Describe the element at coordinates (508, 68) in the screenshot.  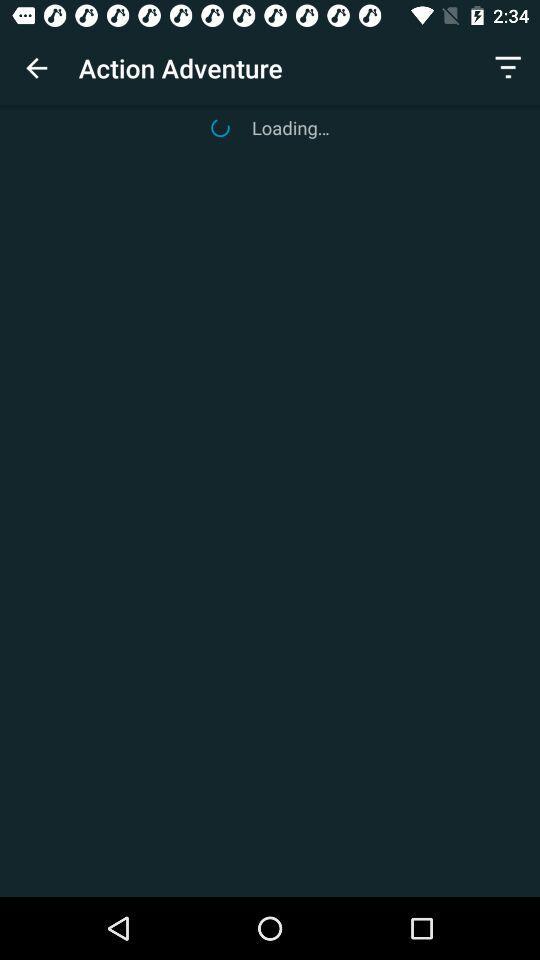
I see `item at the top right corner` at that location.